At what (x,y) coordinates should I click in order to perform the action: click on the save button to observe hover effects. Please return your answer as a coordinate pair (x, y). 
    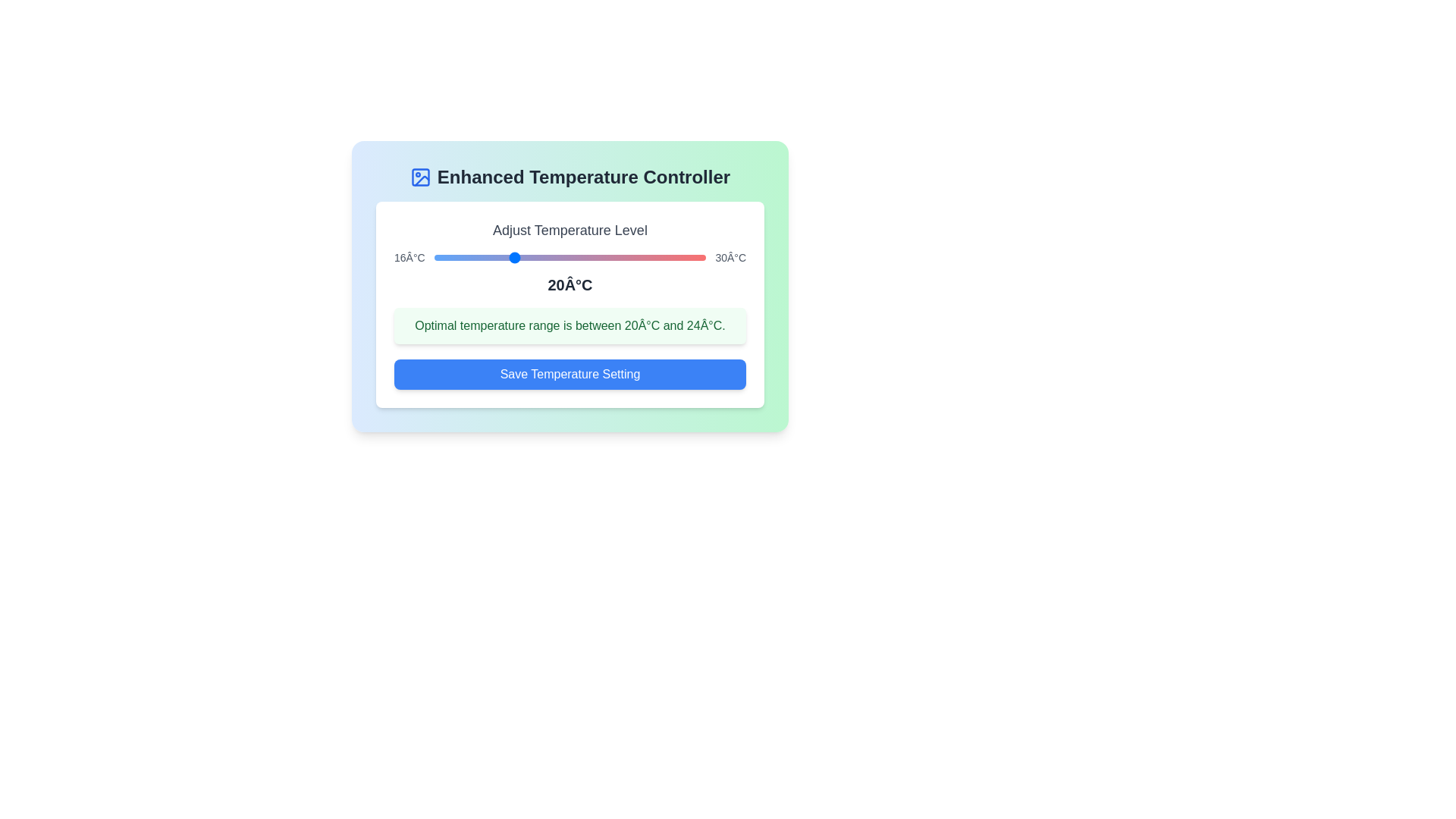
    Looking at the image, I should click on (570, 374).